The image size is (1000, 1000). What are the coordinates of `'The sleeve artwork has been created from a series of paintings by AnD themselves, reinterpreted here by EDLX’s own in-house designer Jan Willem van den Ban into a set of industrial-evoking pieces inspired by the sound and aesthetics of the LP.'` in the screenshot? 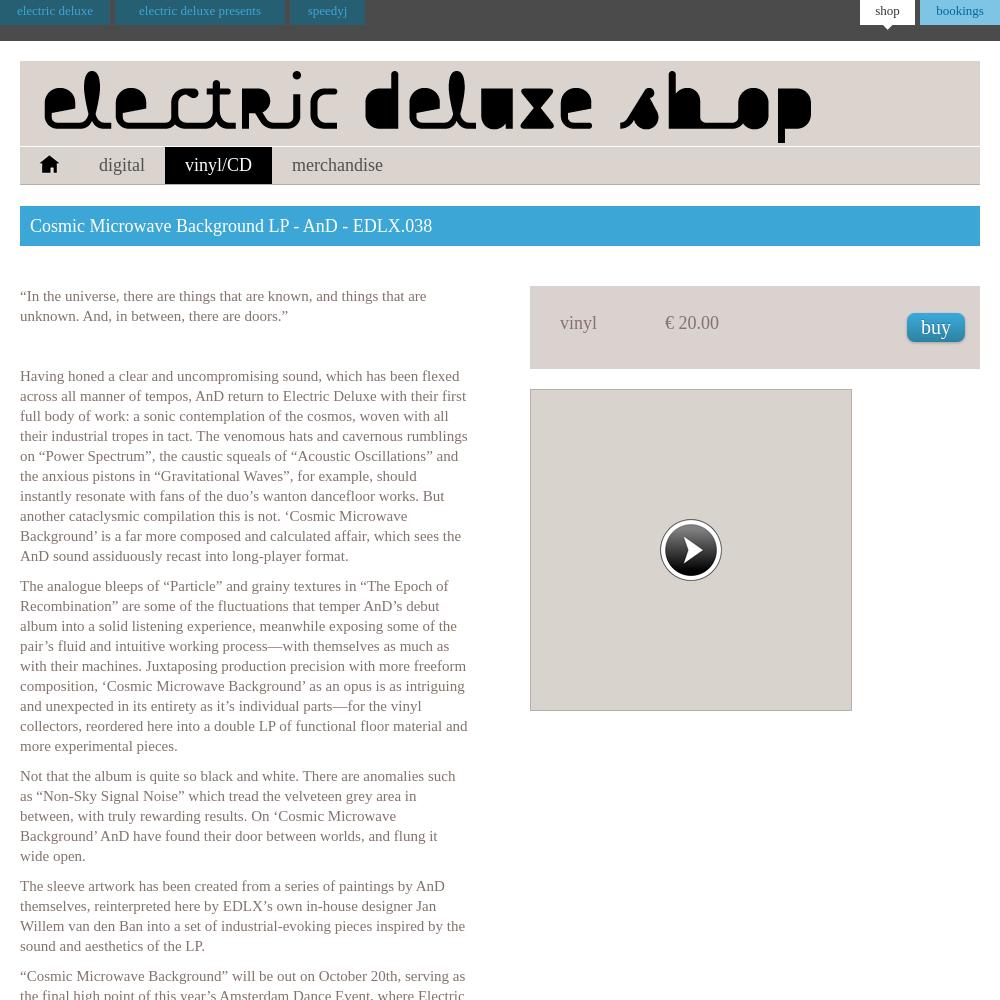 It's located at (241, 916).